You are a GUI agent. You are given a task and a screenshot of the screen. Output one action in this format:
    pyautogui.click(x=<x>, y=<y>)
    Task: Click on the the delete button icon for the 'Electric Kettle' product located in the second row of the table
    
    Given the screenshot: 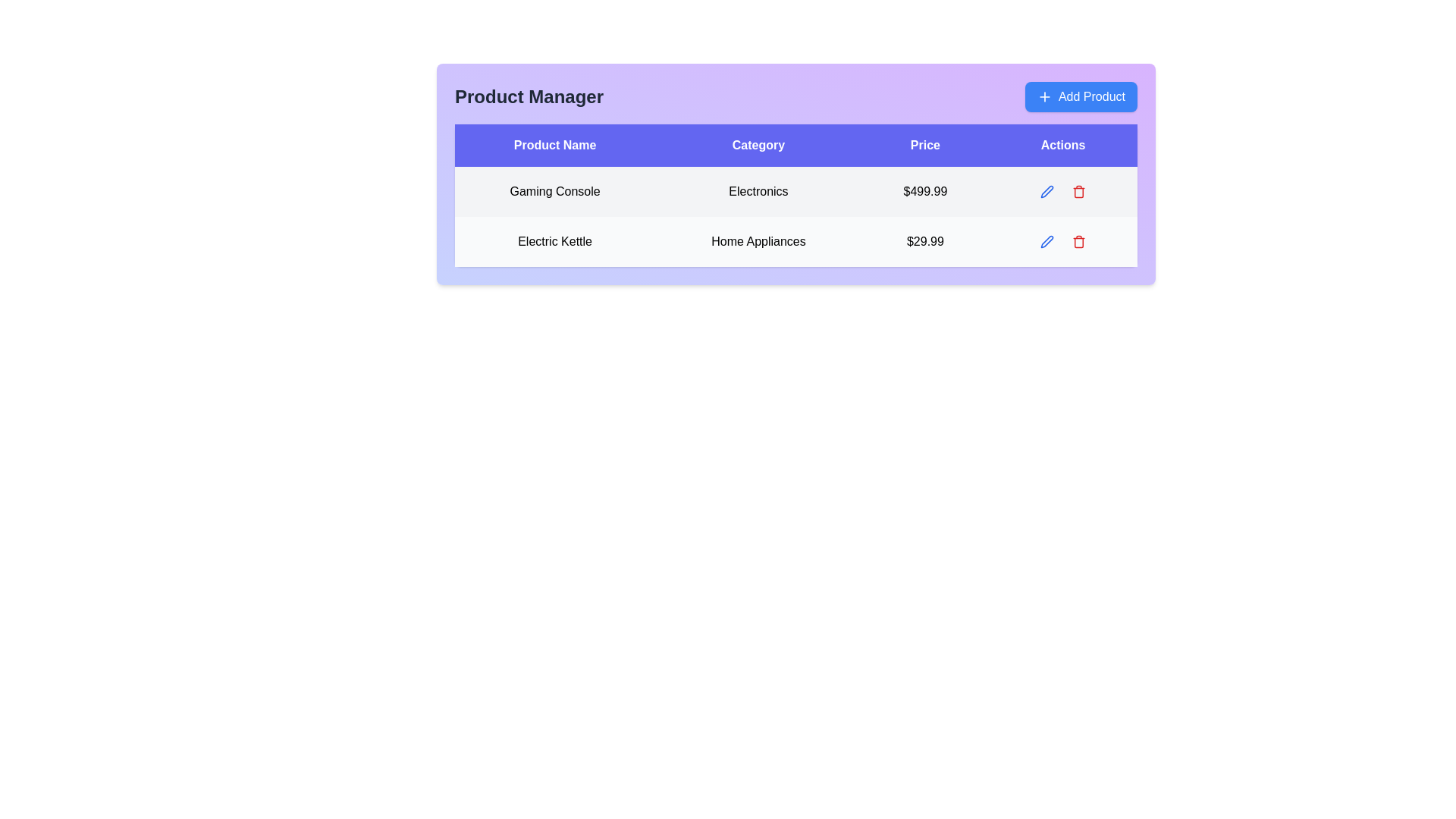 What is the action you would take?
    pyautogui.click(x=1078, y=241)
    